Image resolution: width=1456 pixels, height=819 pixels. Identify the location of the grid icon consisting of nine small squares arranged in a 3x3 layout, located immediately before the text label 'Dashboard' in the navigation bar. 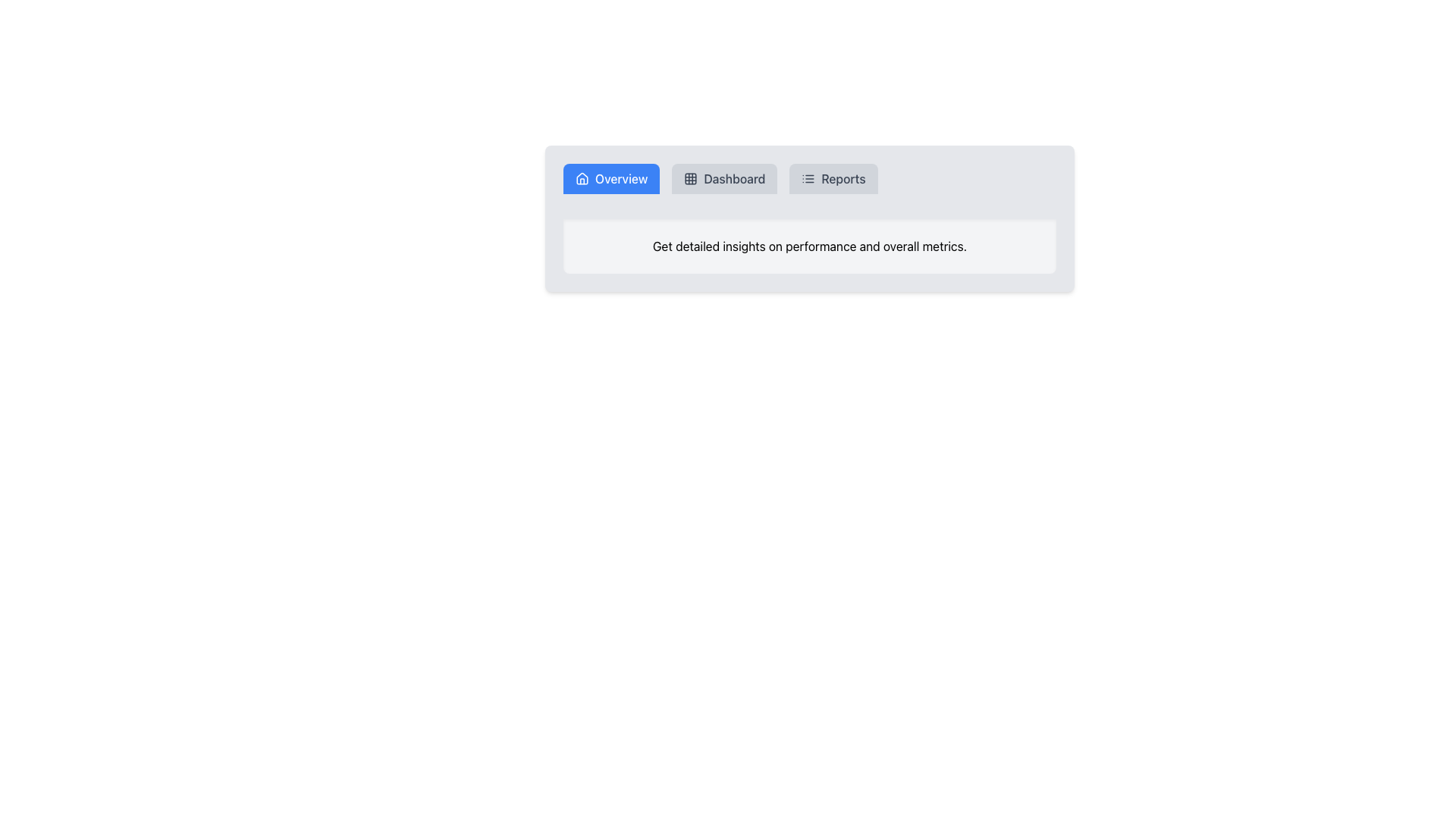
(690, 177).